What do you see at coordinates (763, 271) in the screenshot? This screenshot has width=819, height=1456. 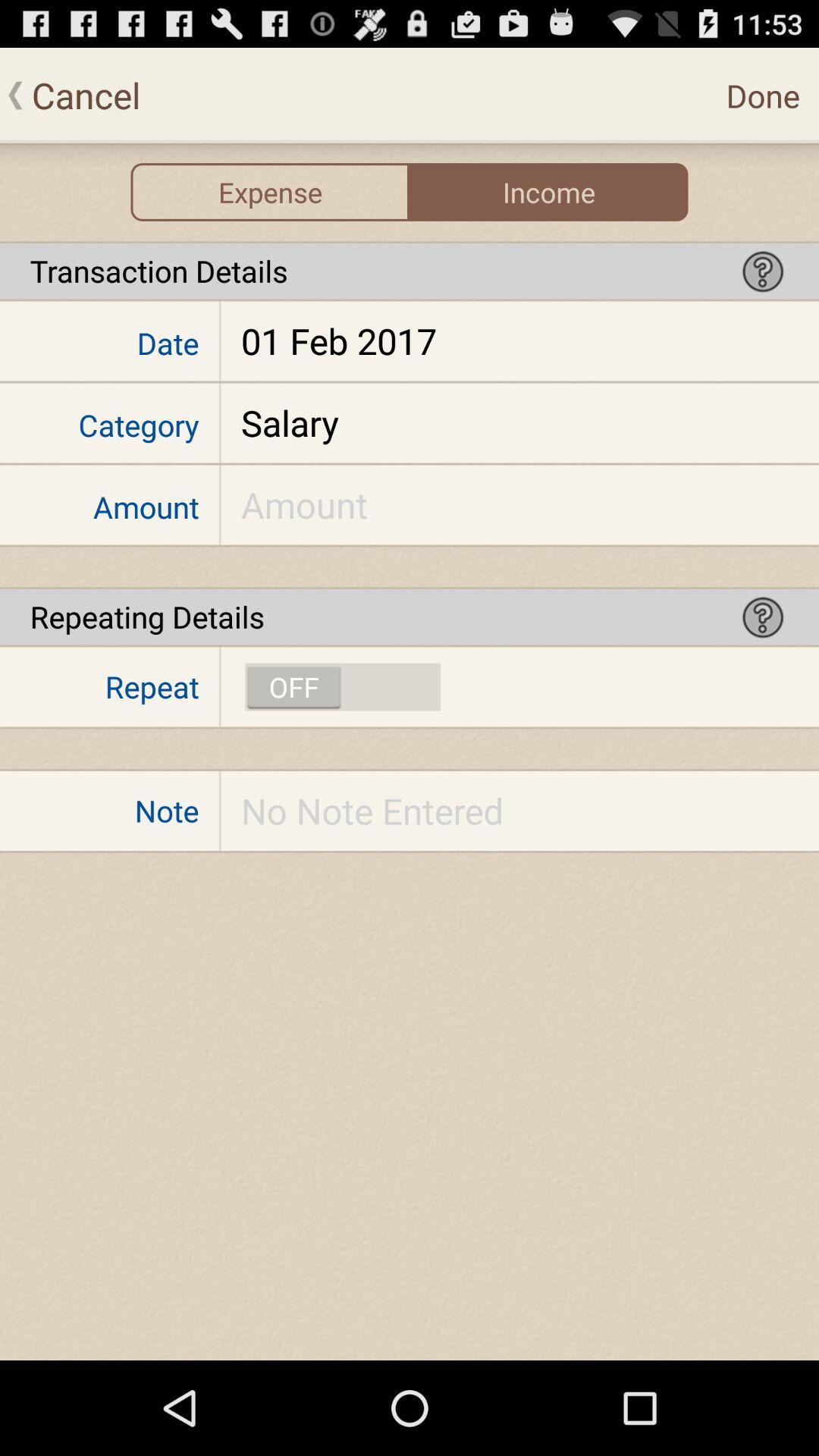 I see `help` at bounding box center [763, 271].